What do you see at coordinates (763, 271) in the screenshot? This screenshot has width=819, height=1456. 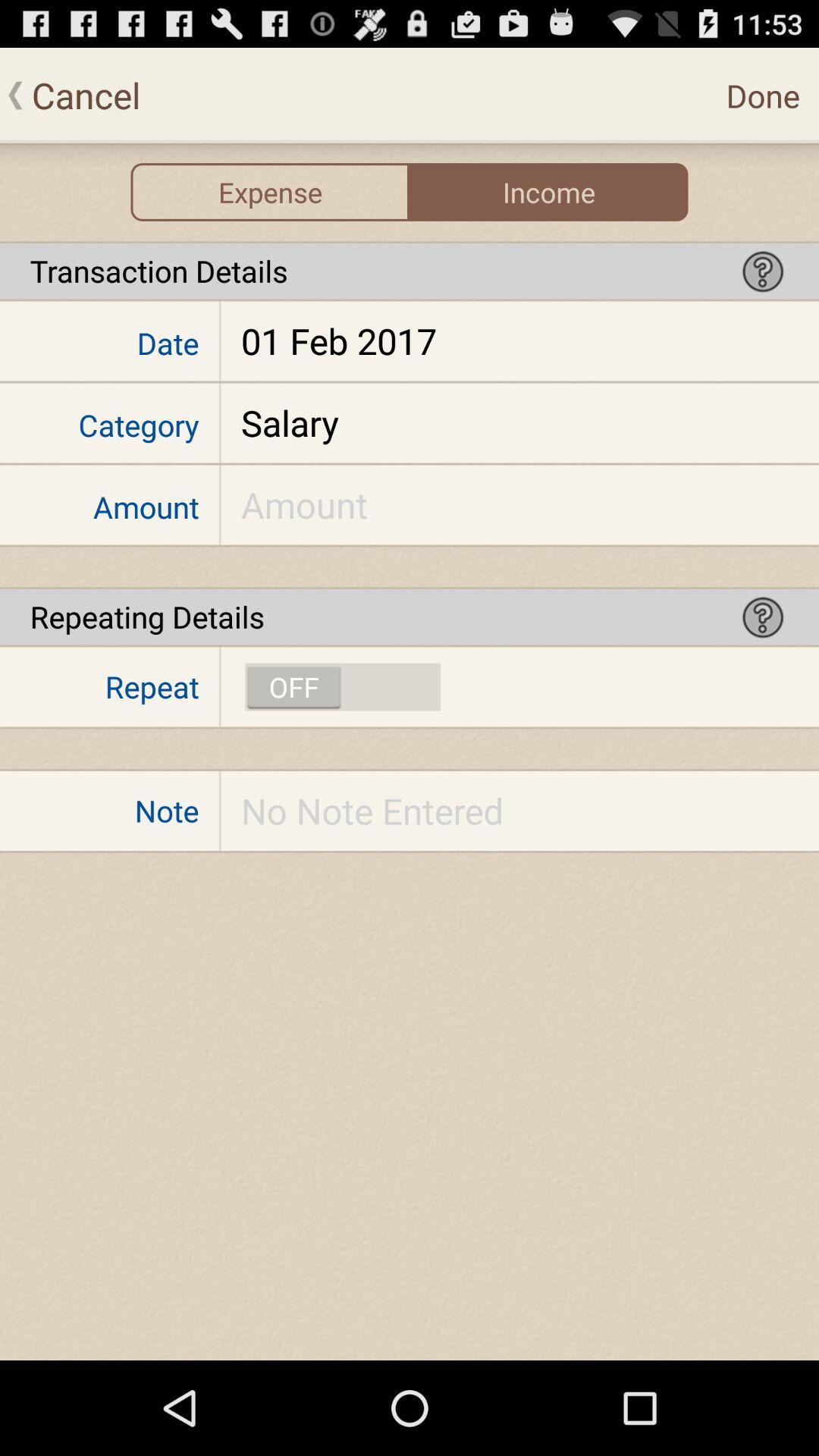 I see `help` at bounding box center [763, 271].